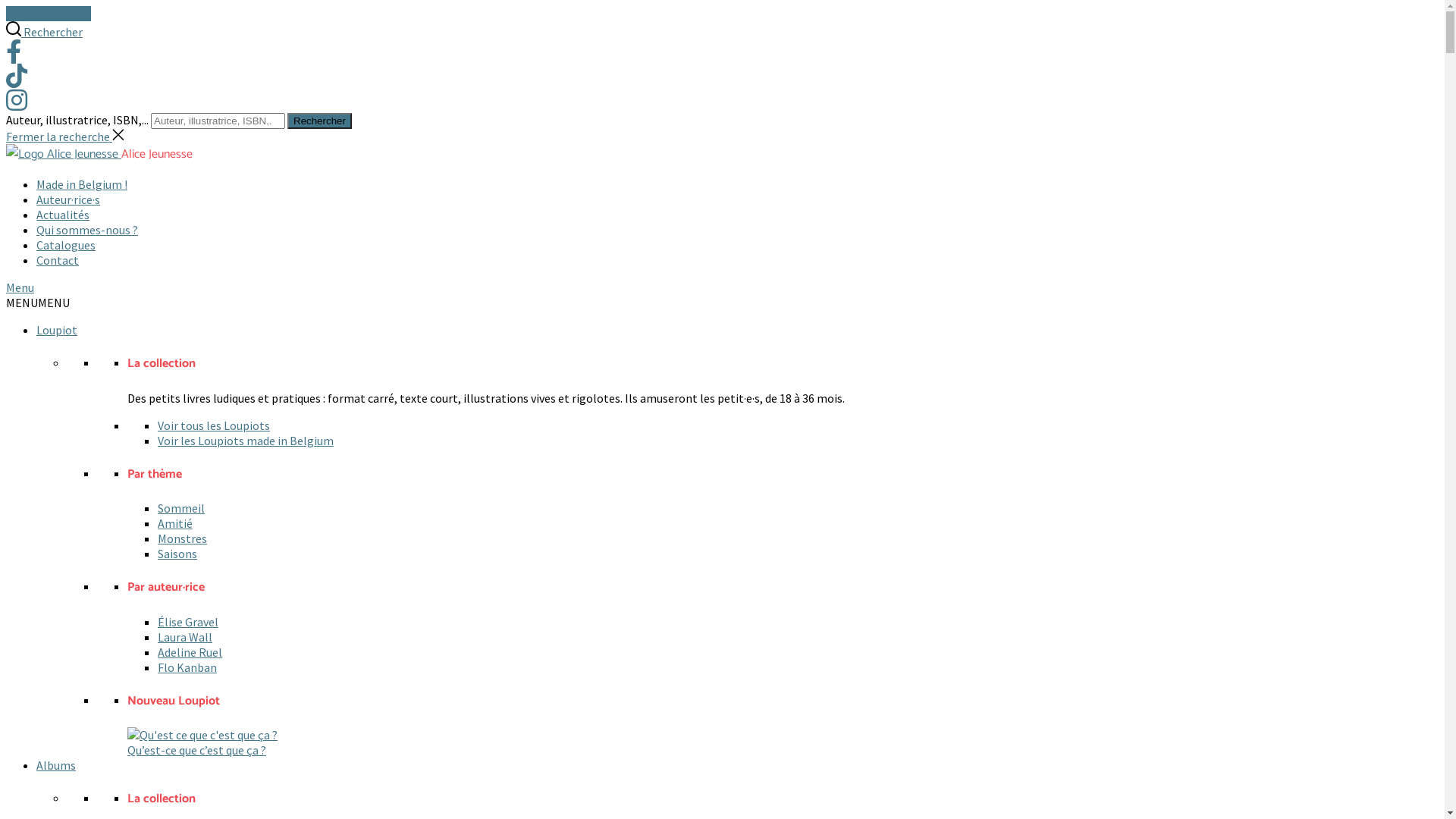 The height and width of the screenshot is (819, 1456). What do you see at coordinates (36, 184) in the screenshot?
I see `'Made in Belgium !'` at bounding box center [36, 184].